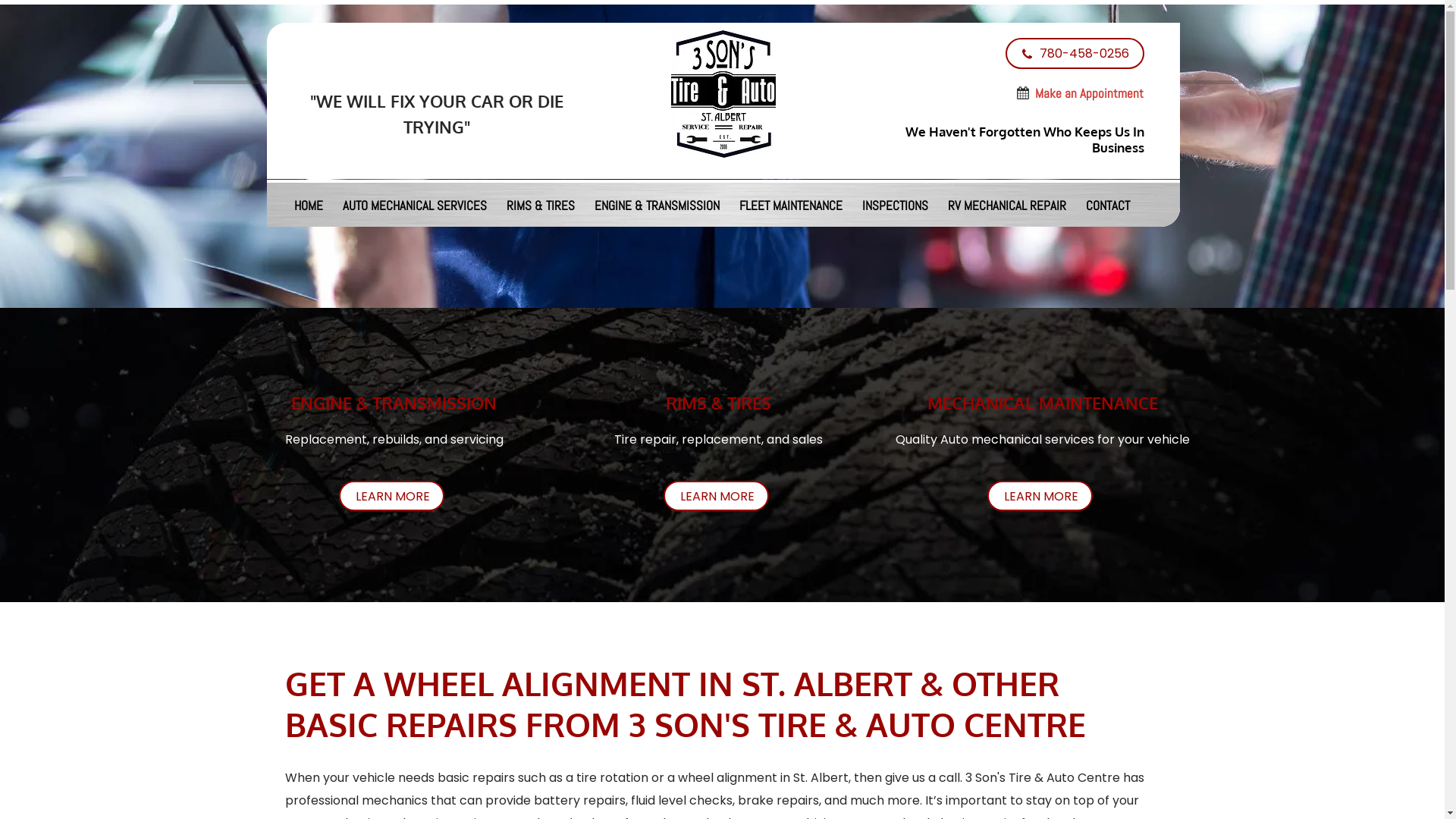  What do you see at coordinates (391, 496) in the screenshot?
I see `'LEARN MORE'` at bounding box center [391, 496].